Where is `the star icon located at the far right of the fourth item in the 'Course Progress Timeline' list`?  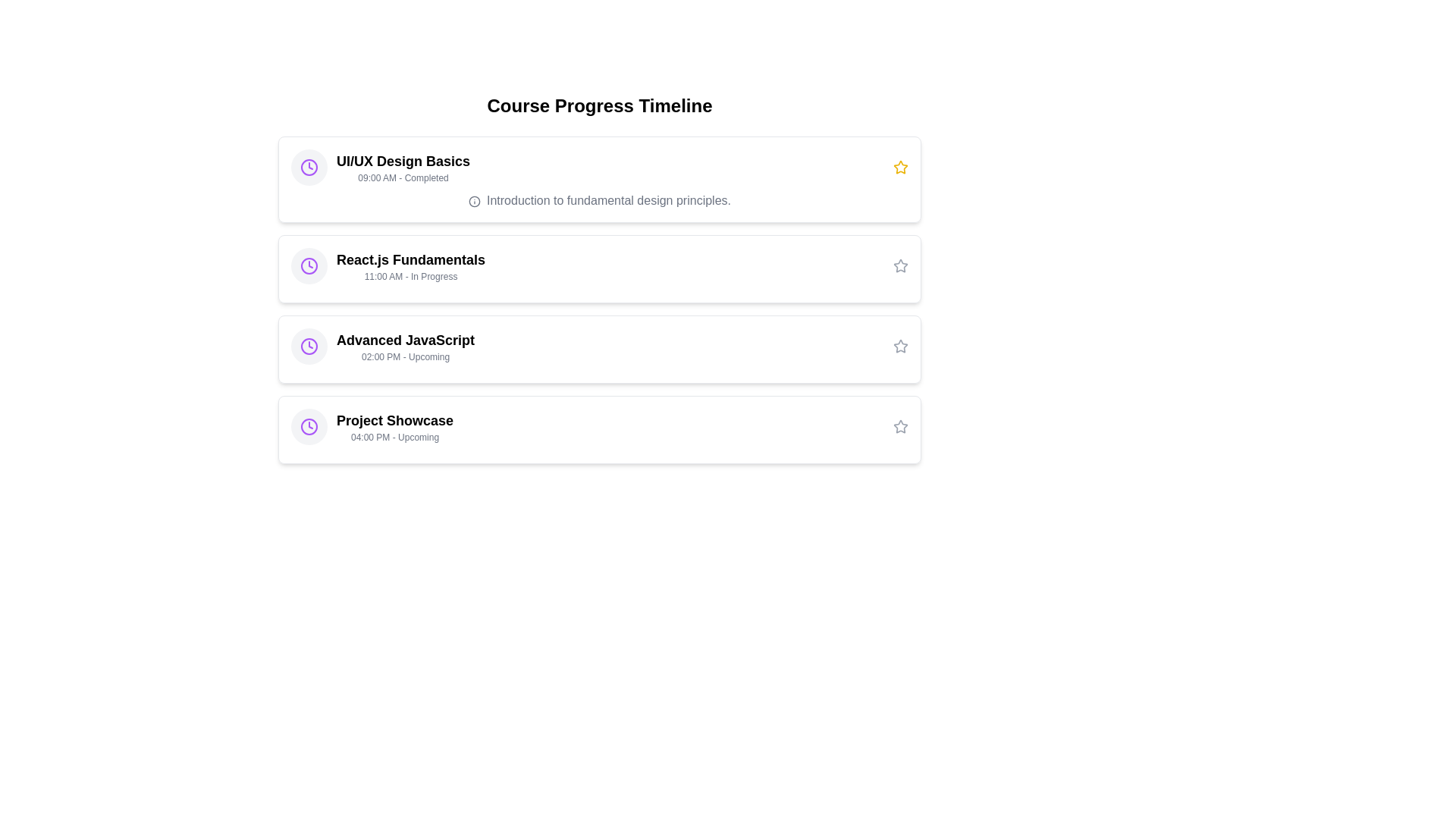
the star icon located at the far right of the fourth item in the 'Course Progress Timeline' list is located at coordinates (901, 427).